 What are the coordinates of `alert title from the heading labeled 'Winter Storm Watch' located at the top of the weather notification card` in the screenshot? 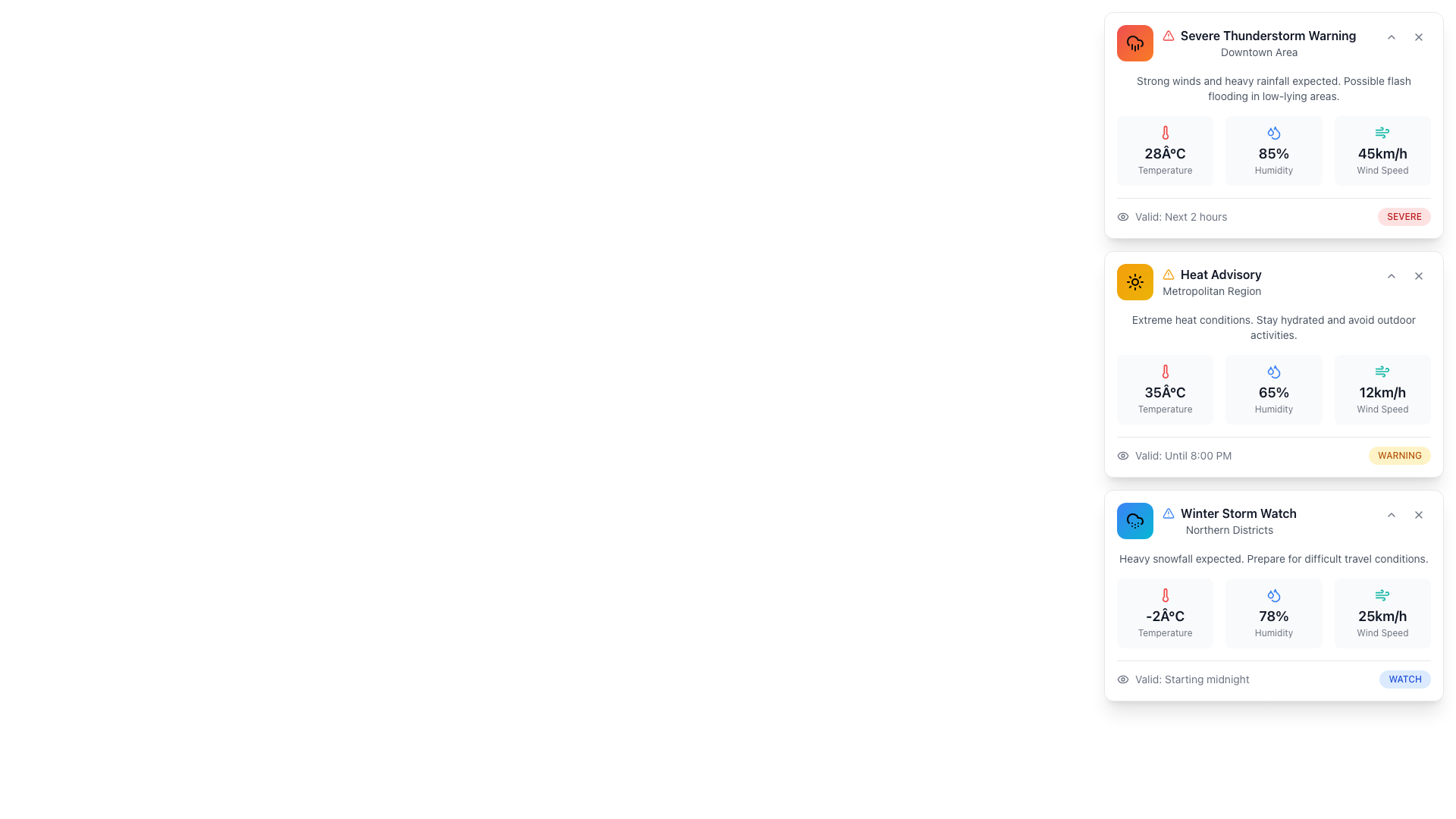 It's located at (1229, 513).